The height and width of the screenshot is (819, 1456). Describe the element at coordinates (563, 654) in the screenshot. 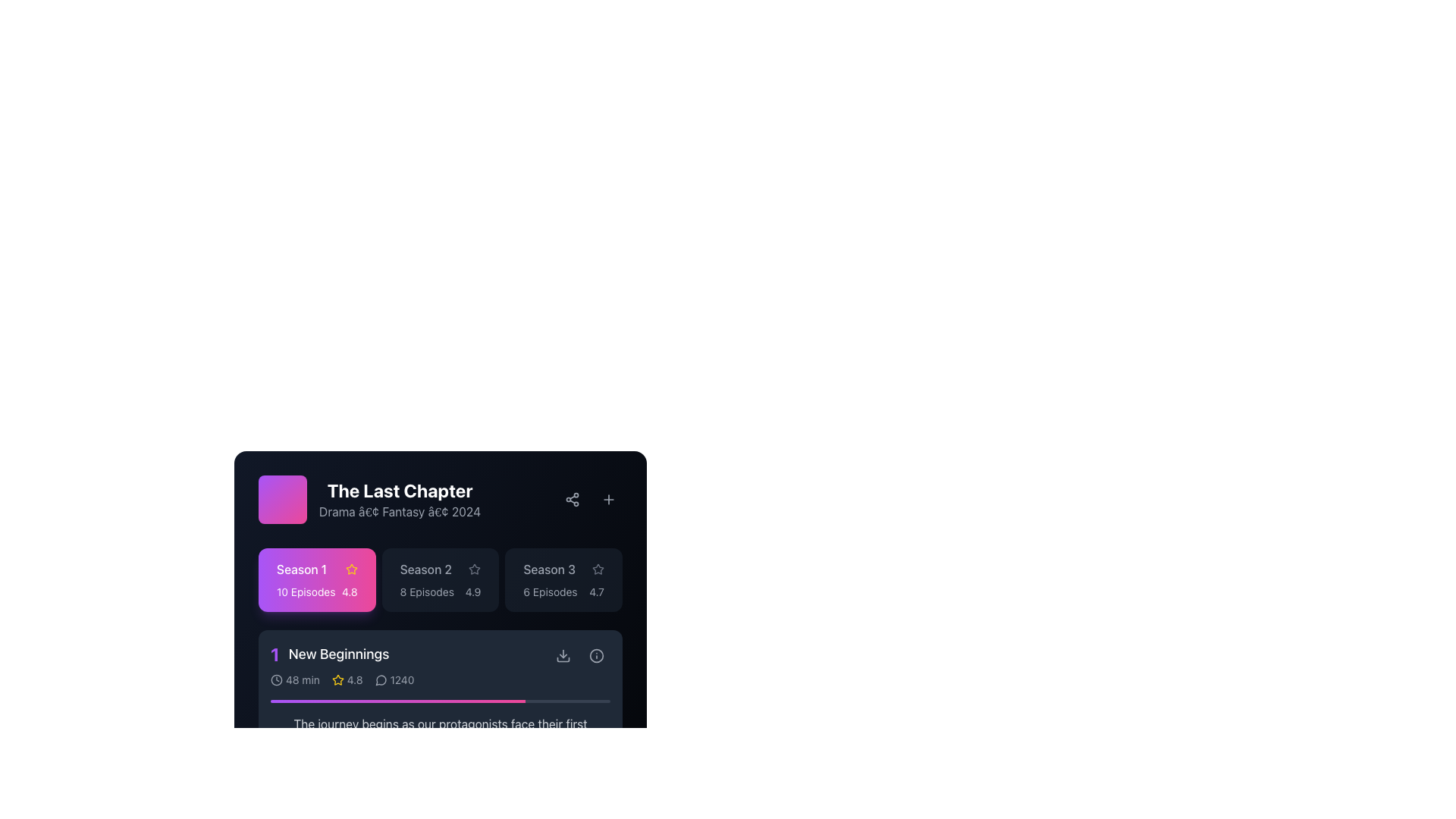

I see `the Icon button located at the bottom right of the 'New Beginnings' list entry to change its appearance` at that location.